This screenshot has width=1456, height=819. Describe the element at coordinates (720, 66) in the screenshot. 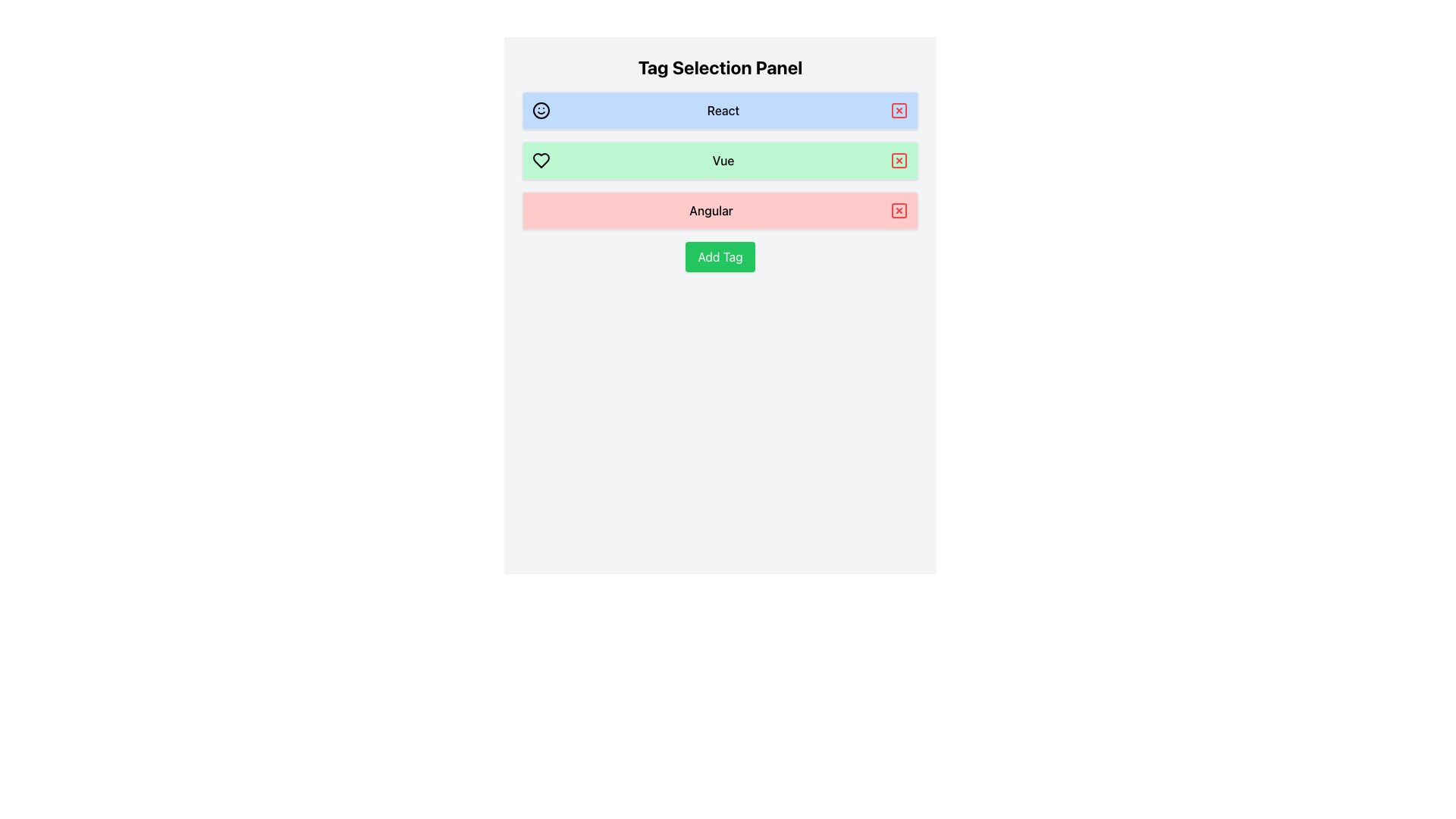

I see `the static textual label that serves as a section title, located at the top of the layout` at that location.